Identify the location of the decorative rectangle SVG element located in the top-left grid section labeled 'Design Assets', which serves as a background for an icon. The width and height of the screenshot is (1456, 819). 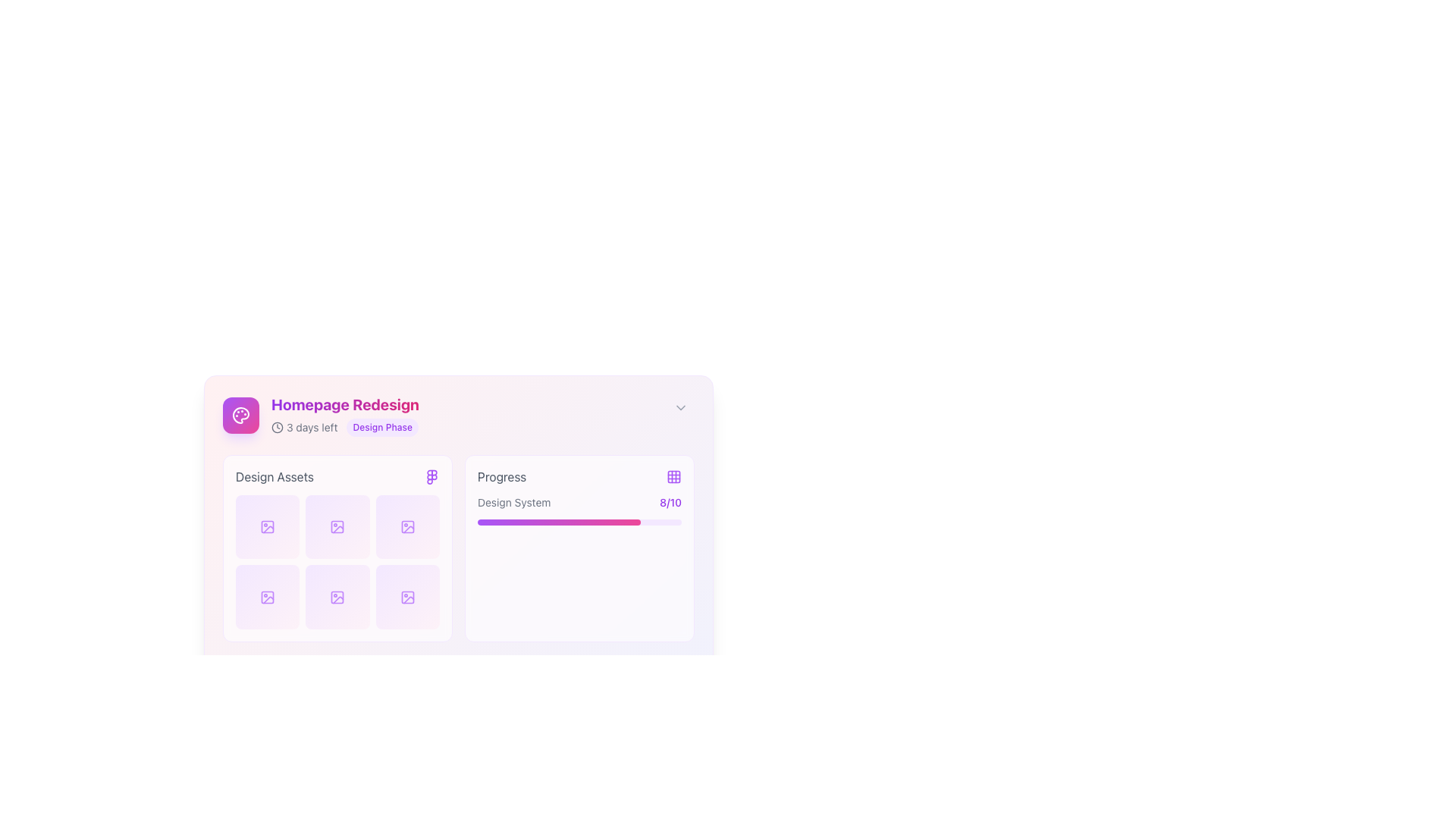
(268, 526).